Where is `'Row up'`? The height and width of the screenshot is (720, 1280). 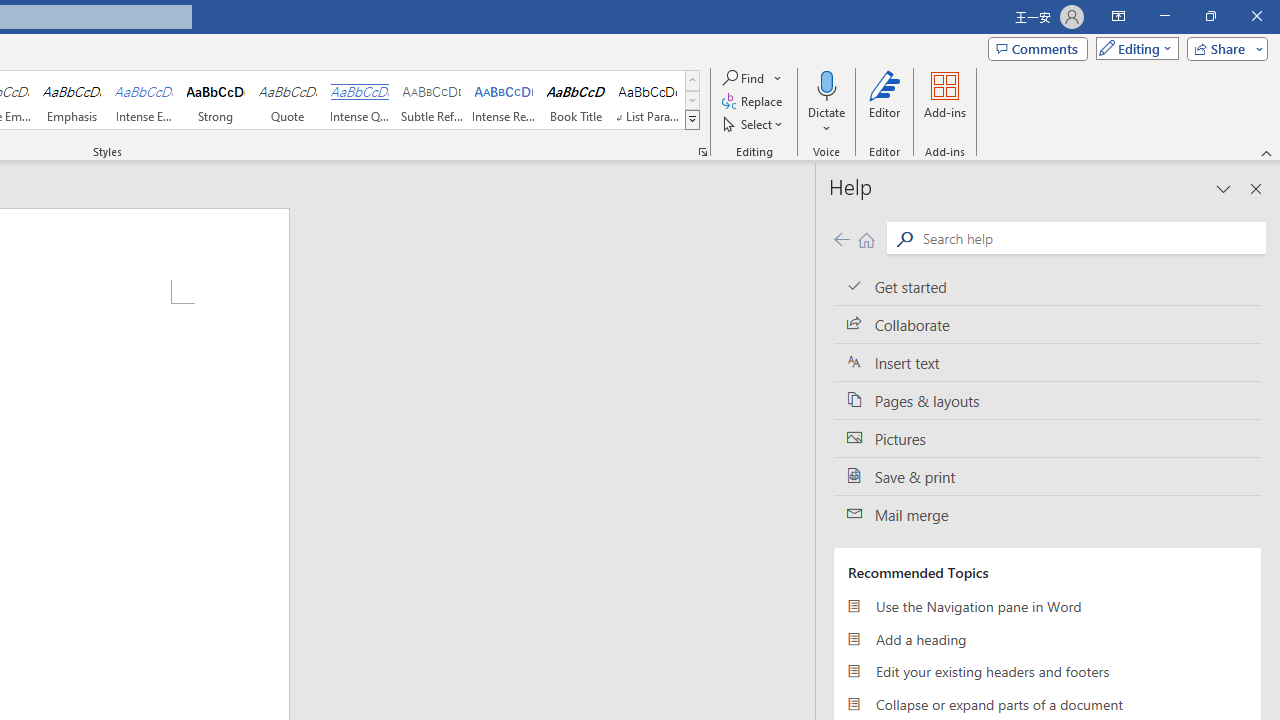 'Row up' is located at coordinates (692, 79).